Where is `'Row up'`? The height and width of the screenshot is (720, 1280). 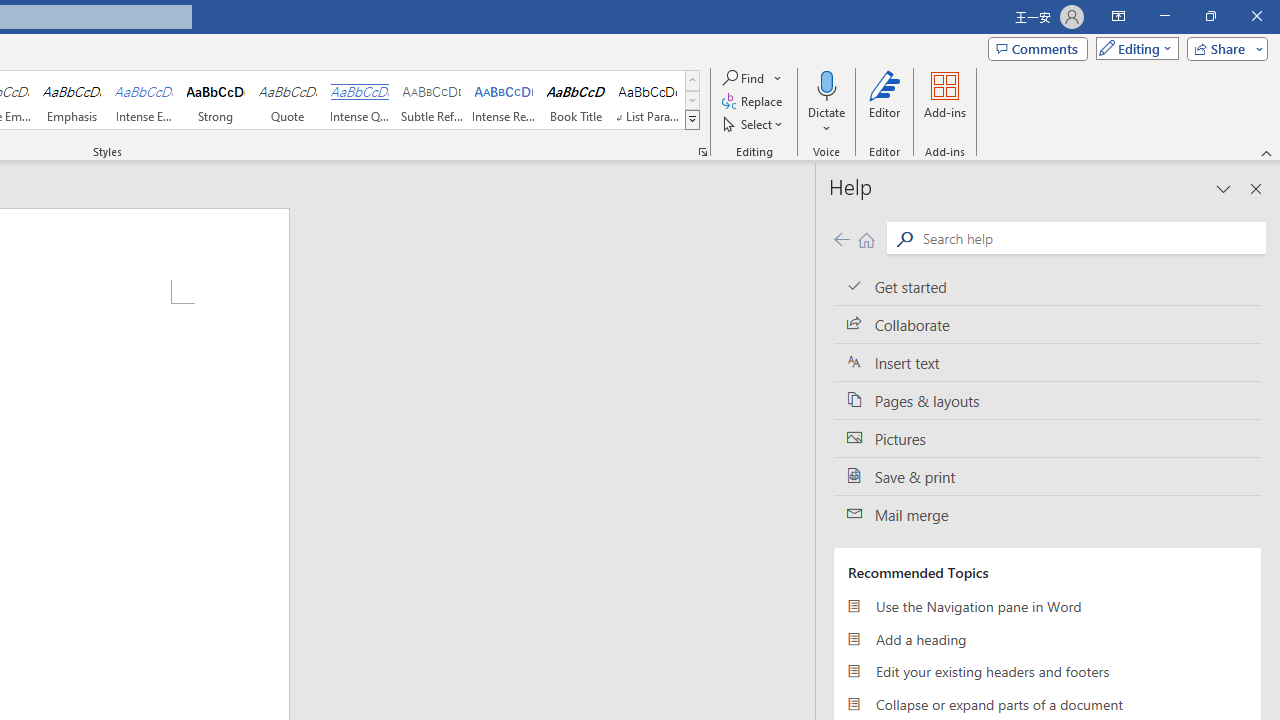 'Row up' is located at coordinates (692, 79).